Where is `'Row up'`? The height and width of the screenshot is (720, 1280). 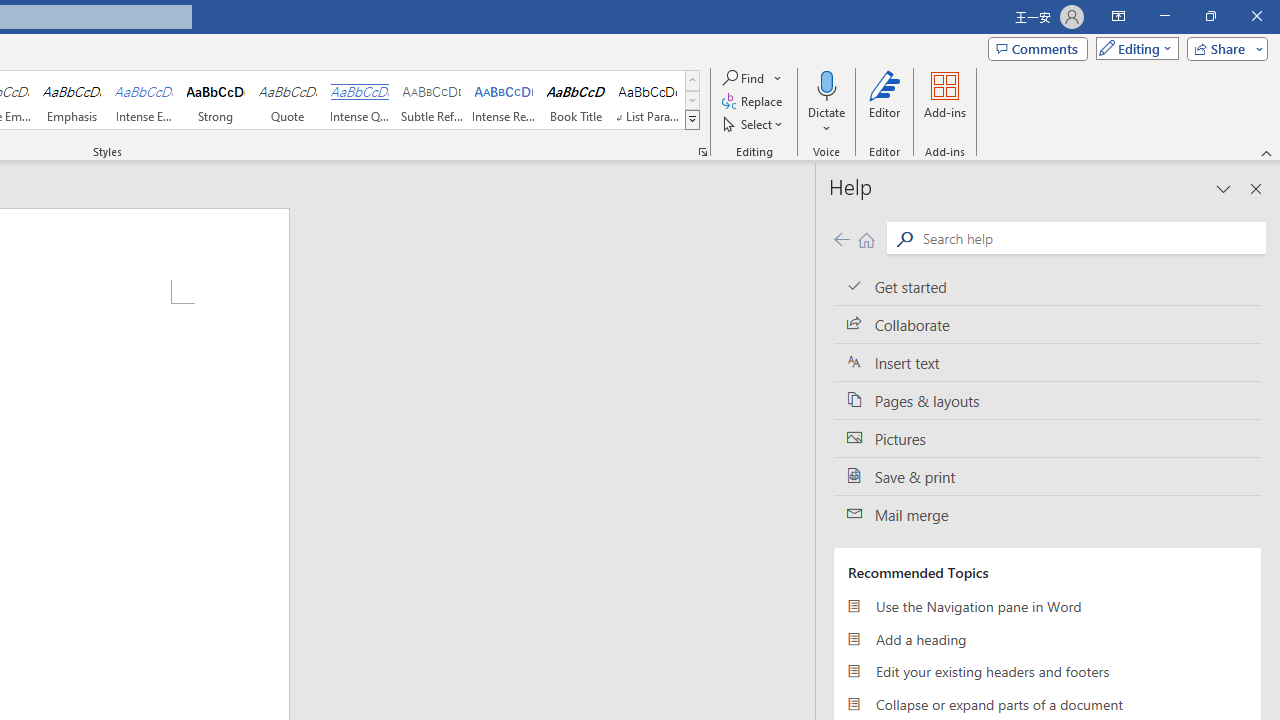 'Row up' is located at coordinates (692, 79).